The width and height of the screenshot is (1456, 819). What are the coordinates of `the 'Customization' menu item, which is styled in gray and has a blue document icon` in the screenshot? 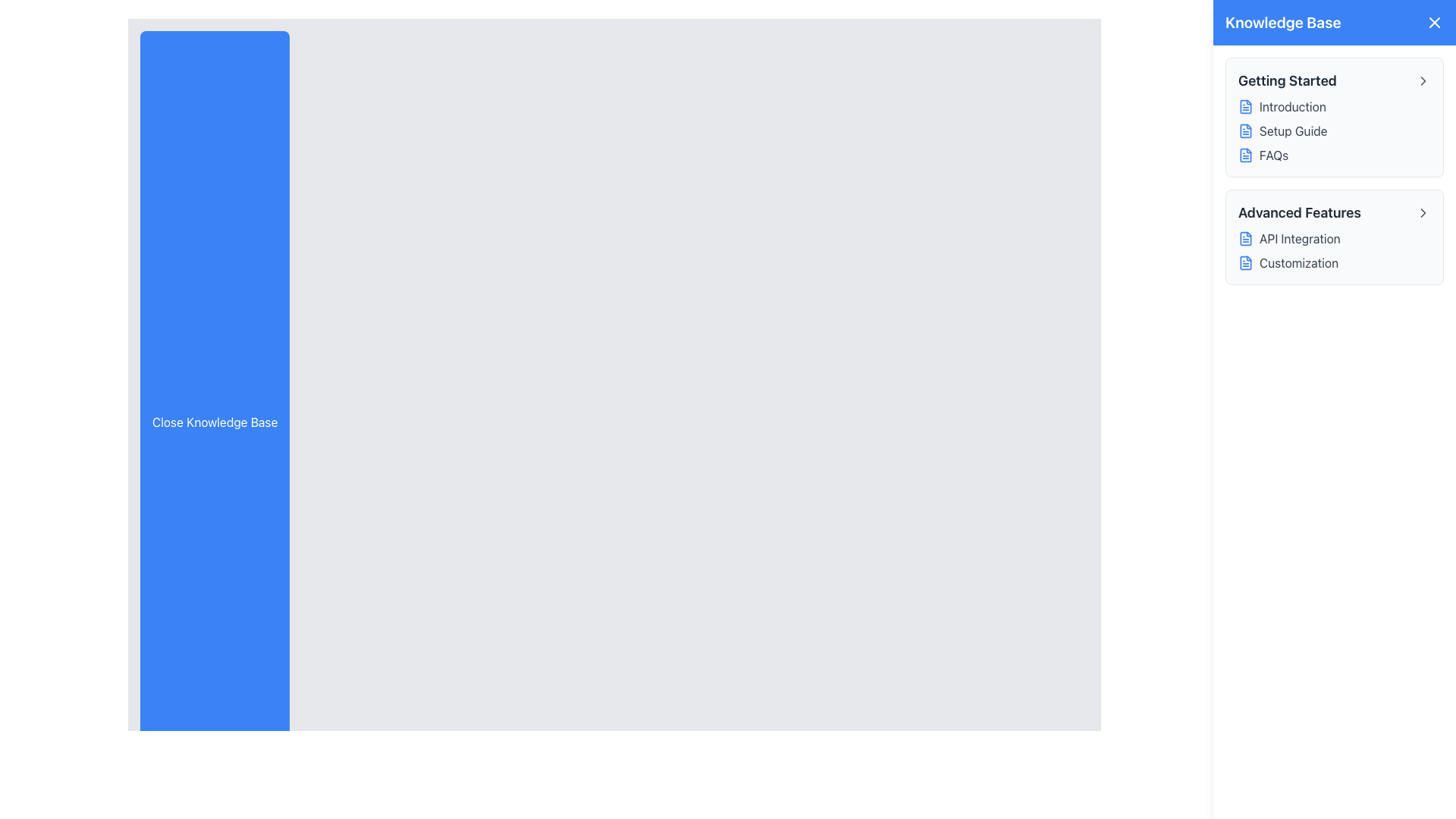 It's located at (1335, 262).